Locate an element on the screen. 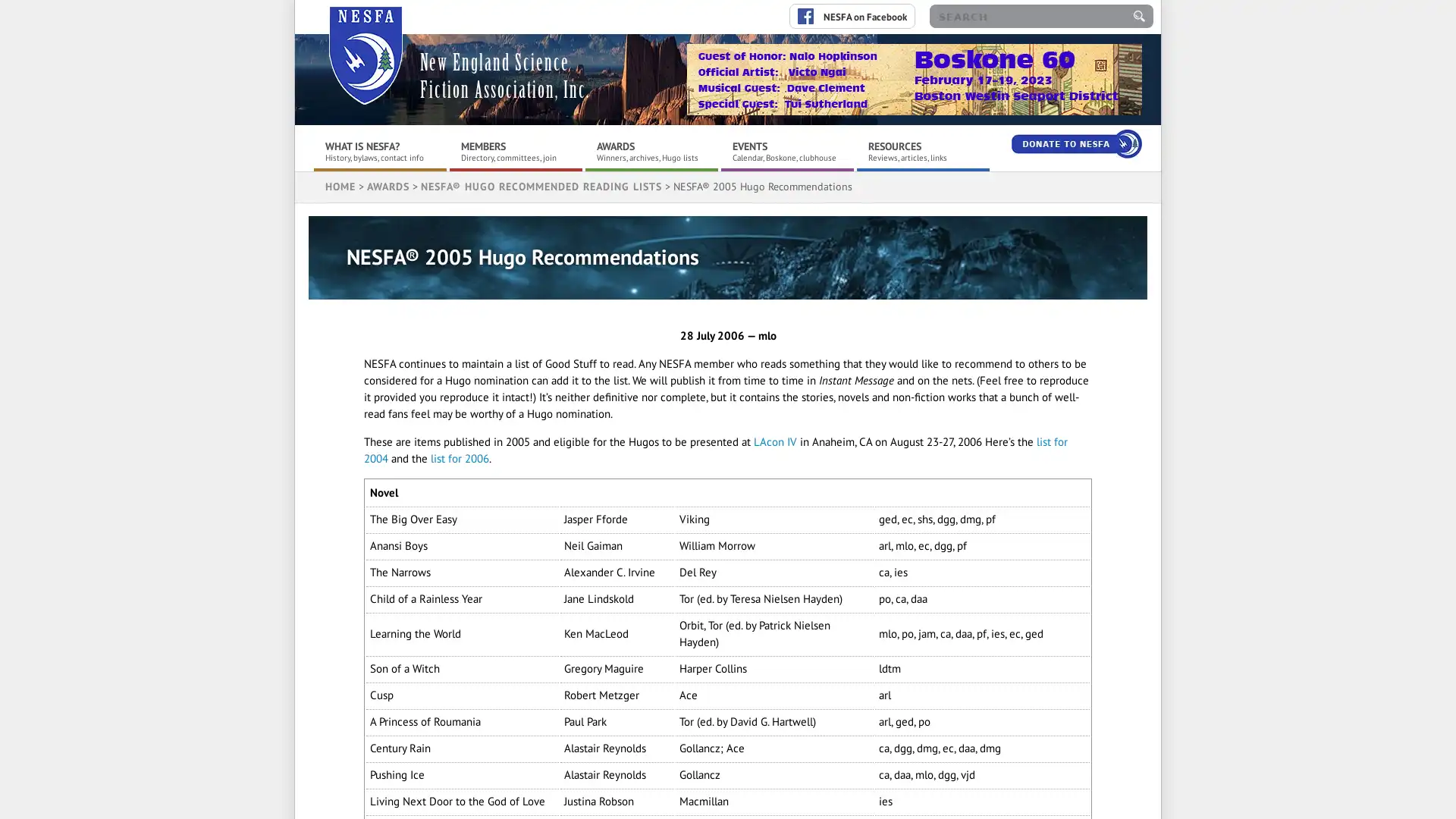 This screenshot has height=819, width=1456. submit is located at coordinates (1139, 16).